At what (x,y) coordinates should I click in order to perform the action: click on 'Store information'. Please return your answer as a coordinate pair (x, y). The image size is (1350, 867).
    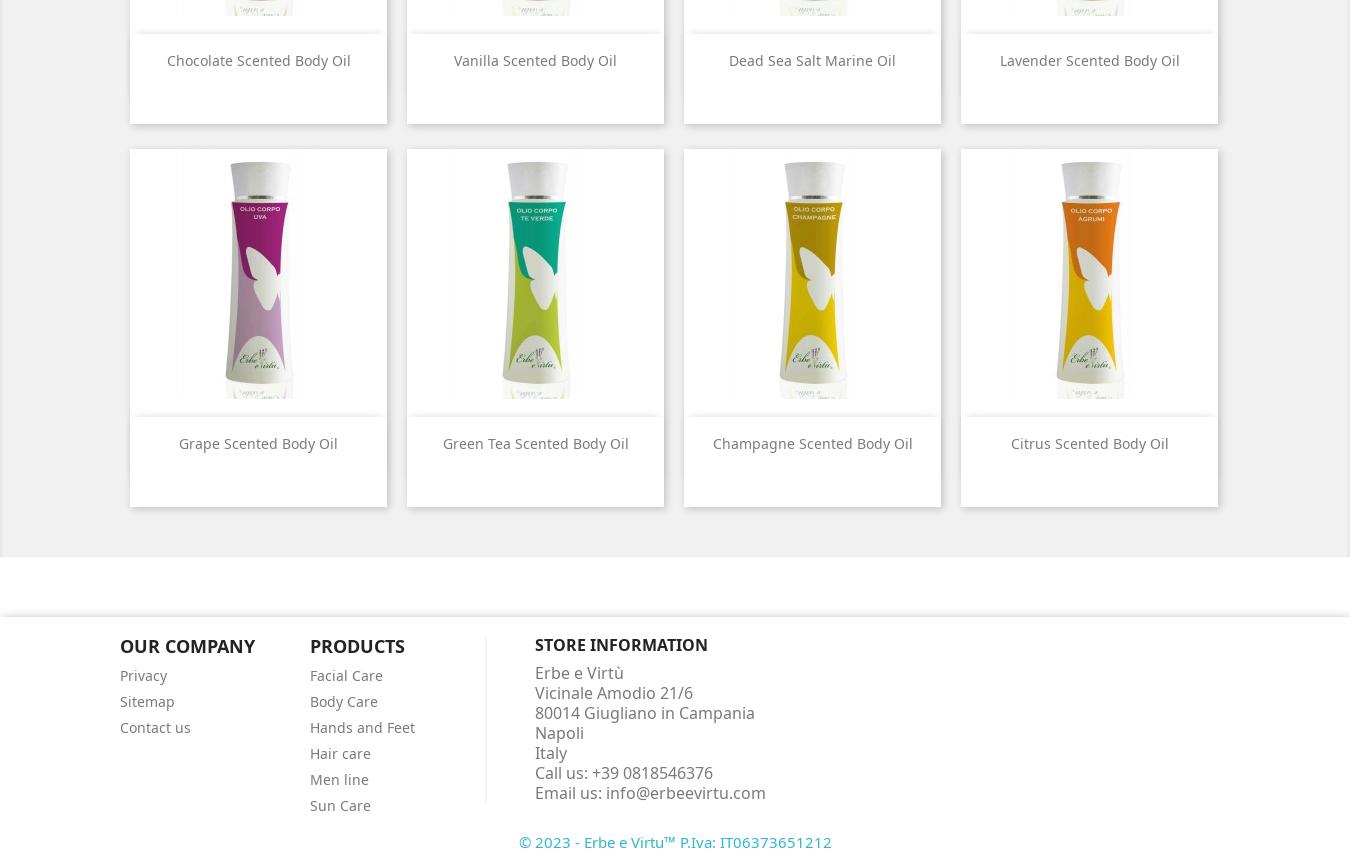
    Looking at the image, I should click on (620, 643).